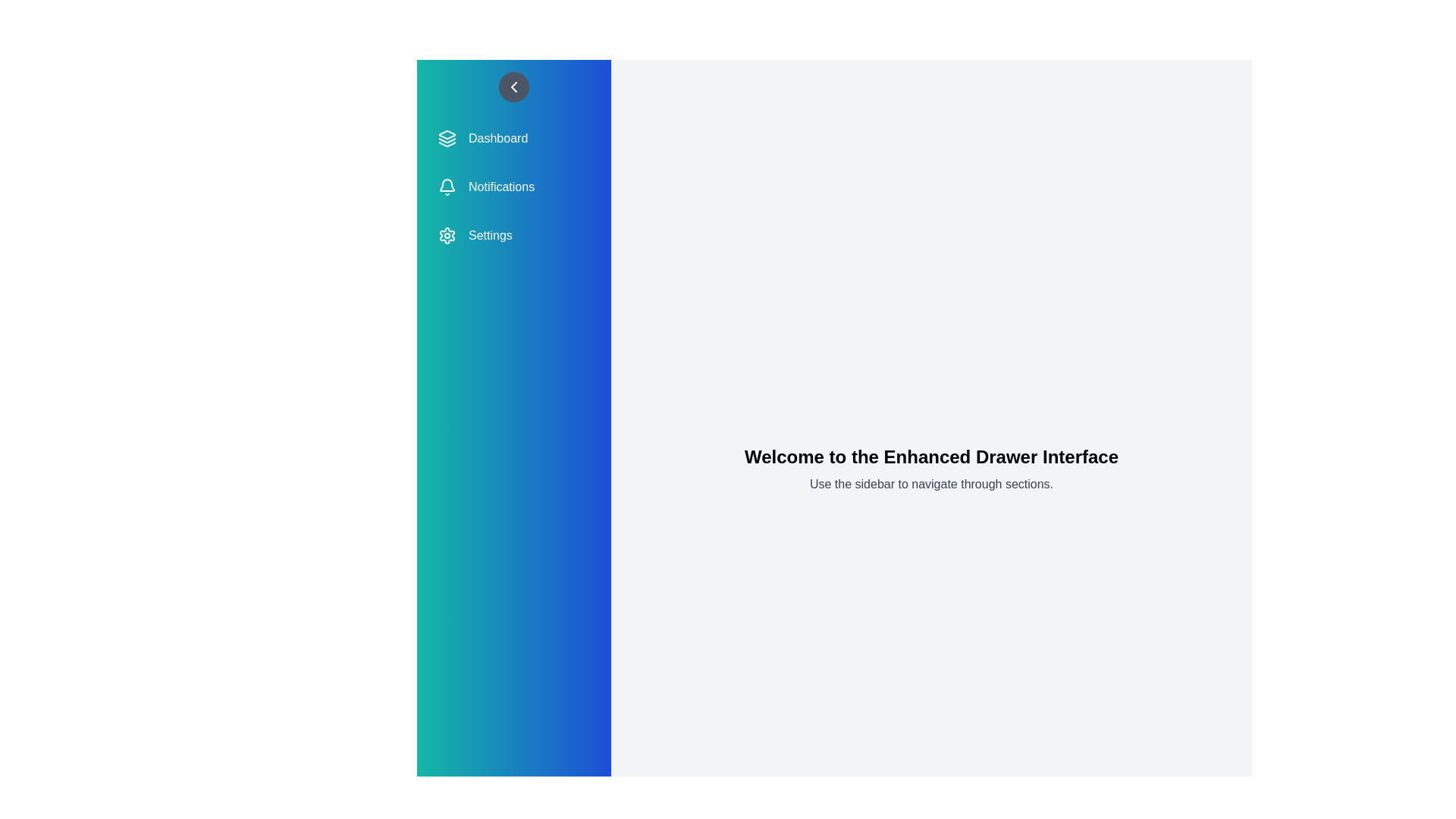 This screenshot has height=819, width=1456. I want to click on the menu item Notifications from the sidebar, so click(513, 186).